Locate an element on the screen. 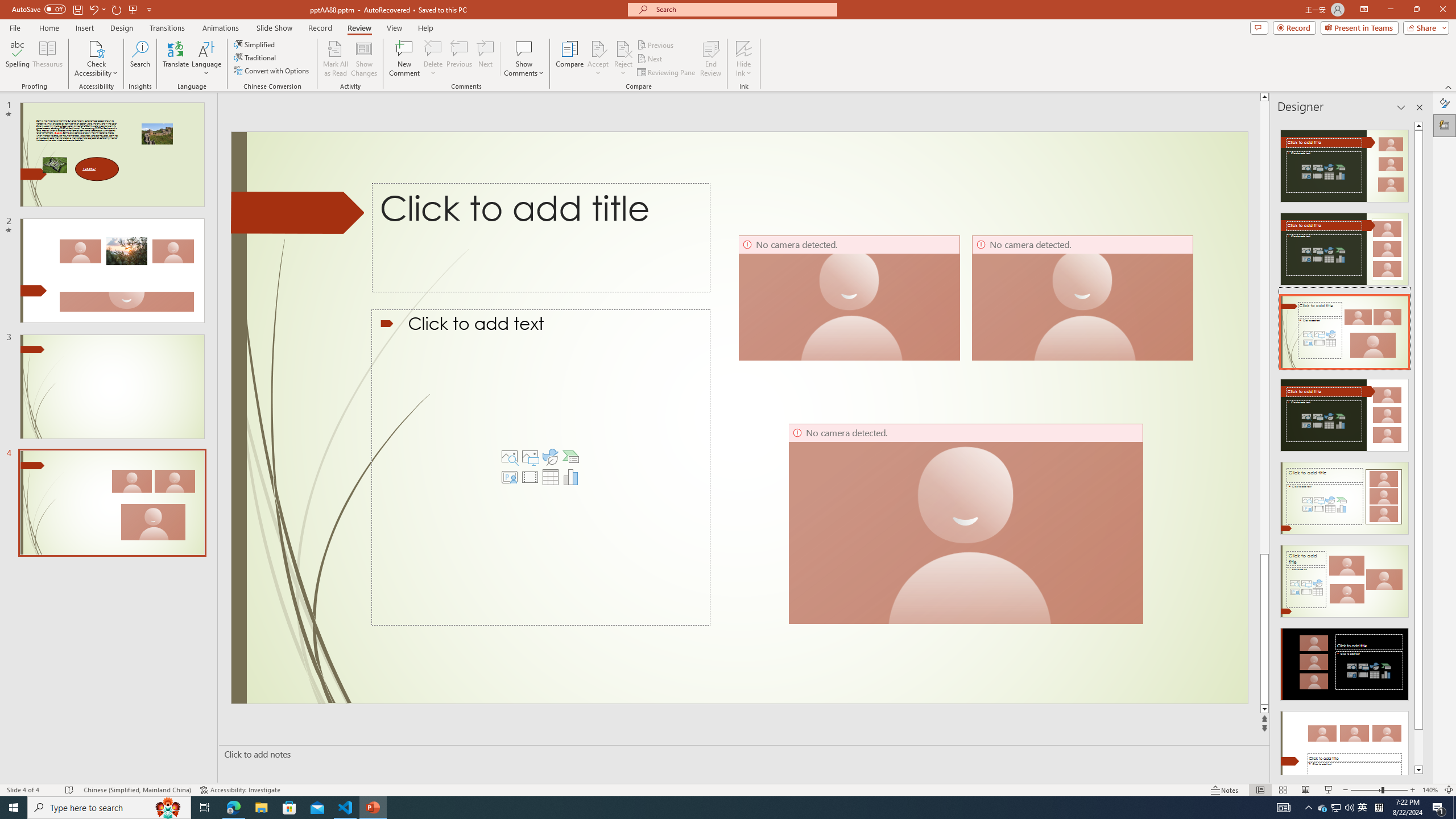 This screenshot has height=819, width=1456. 'Class: NetUIScrollBar' is located at coordinates (1418, 447).